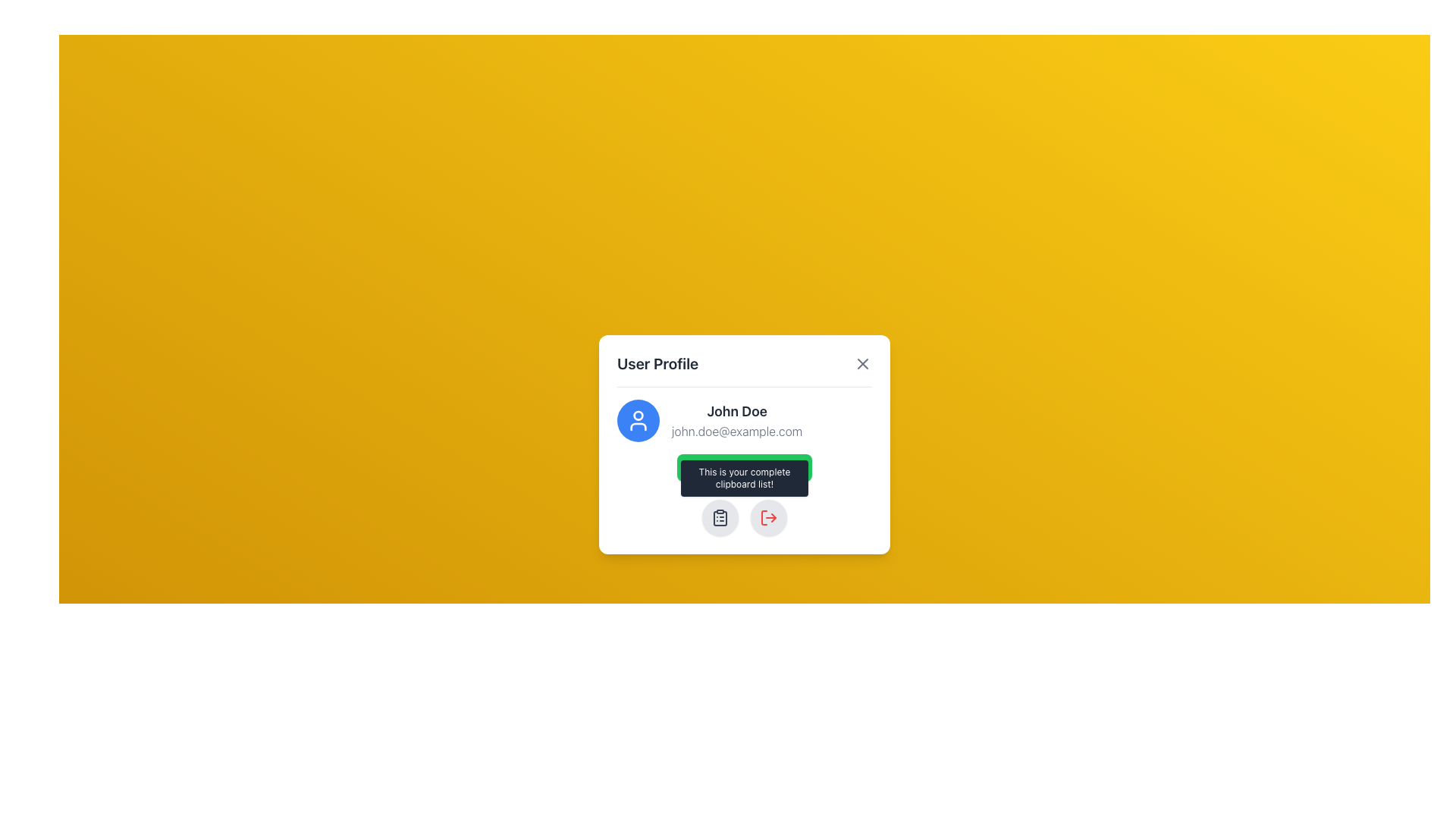  Describe the element at coordinates (657, 362) in the screenshot. I see `the 'User Profile' text at the top left of the modal card` at that location.